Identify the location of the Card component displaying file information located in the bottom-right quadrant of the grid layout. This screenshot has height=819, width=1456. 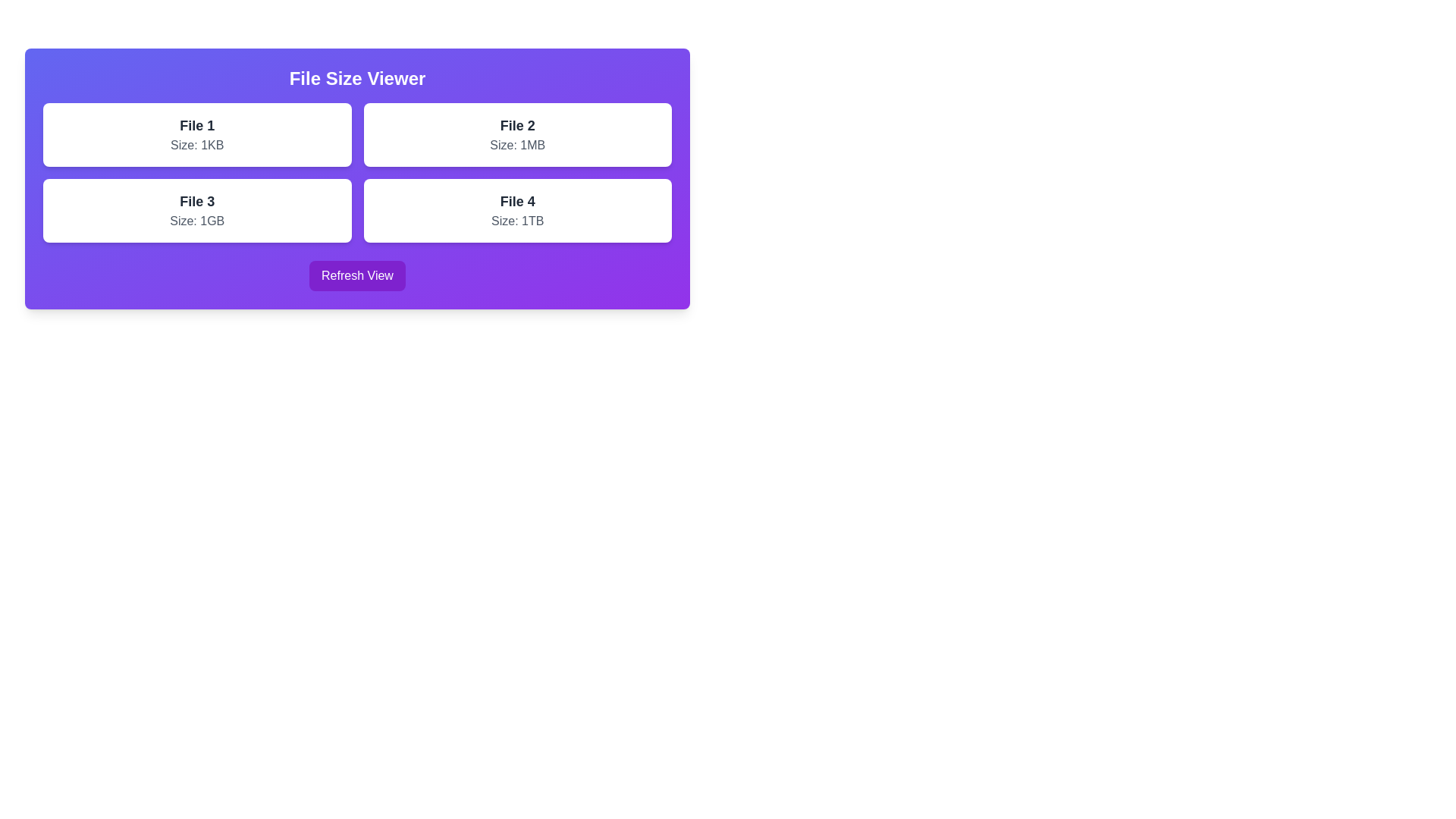
(517, 210).